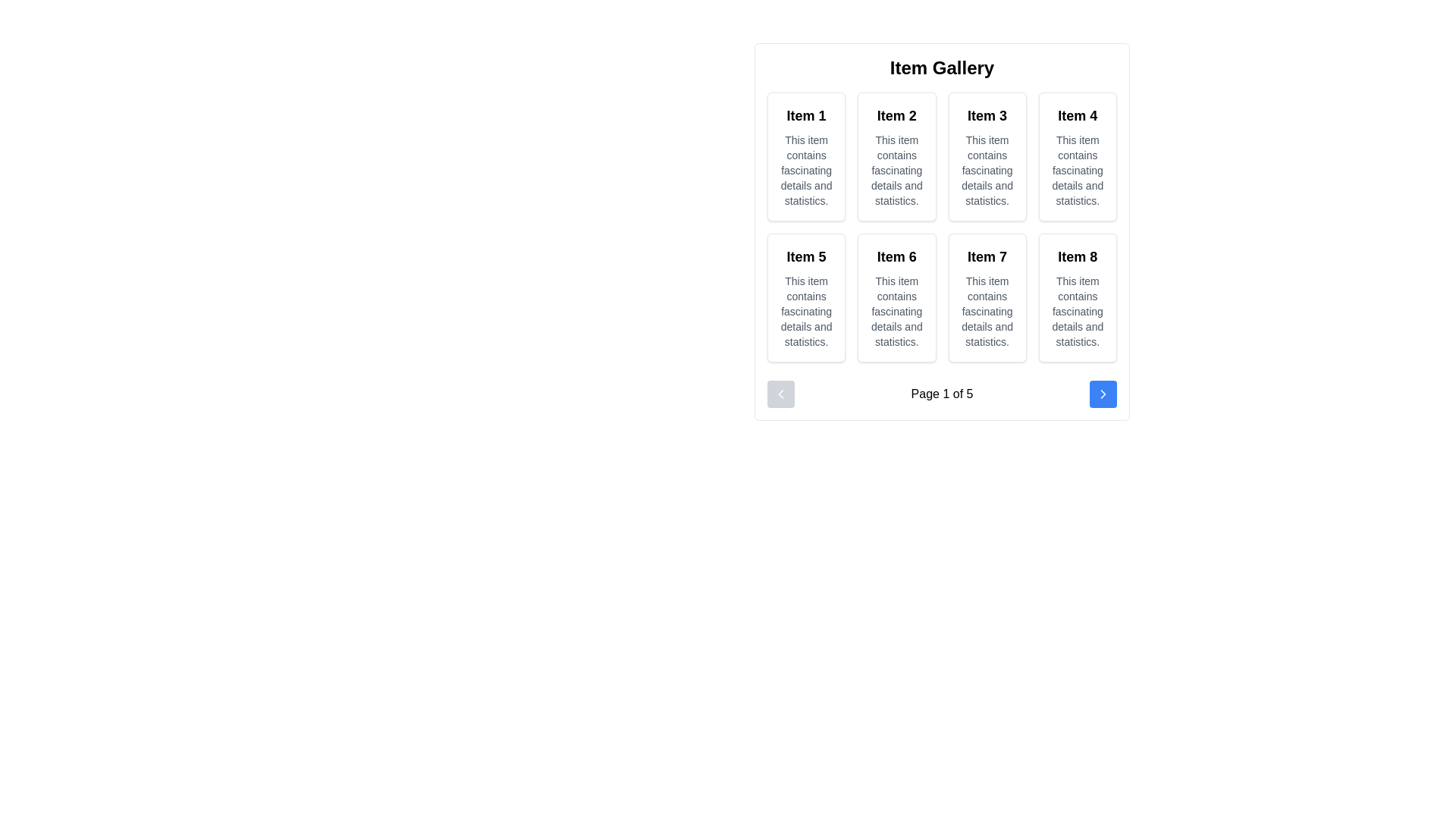  I want to click on contents of the Informational Card titled 'Item 8' located in the bottom-right corner of the grid, which contains a bold title and a gray description, so click(1077, 298).